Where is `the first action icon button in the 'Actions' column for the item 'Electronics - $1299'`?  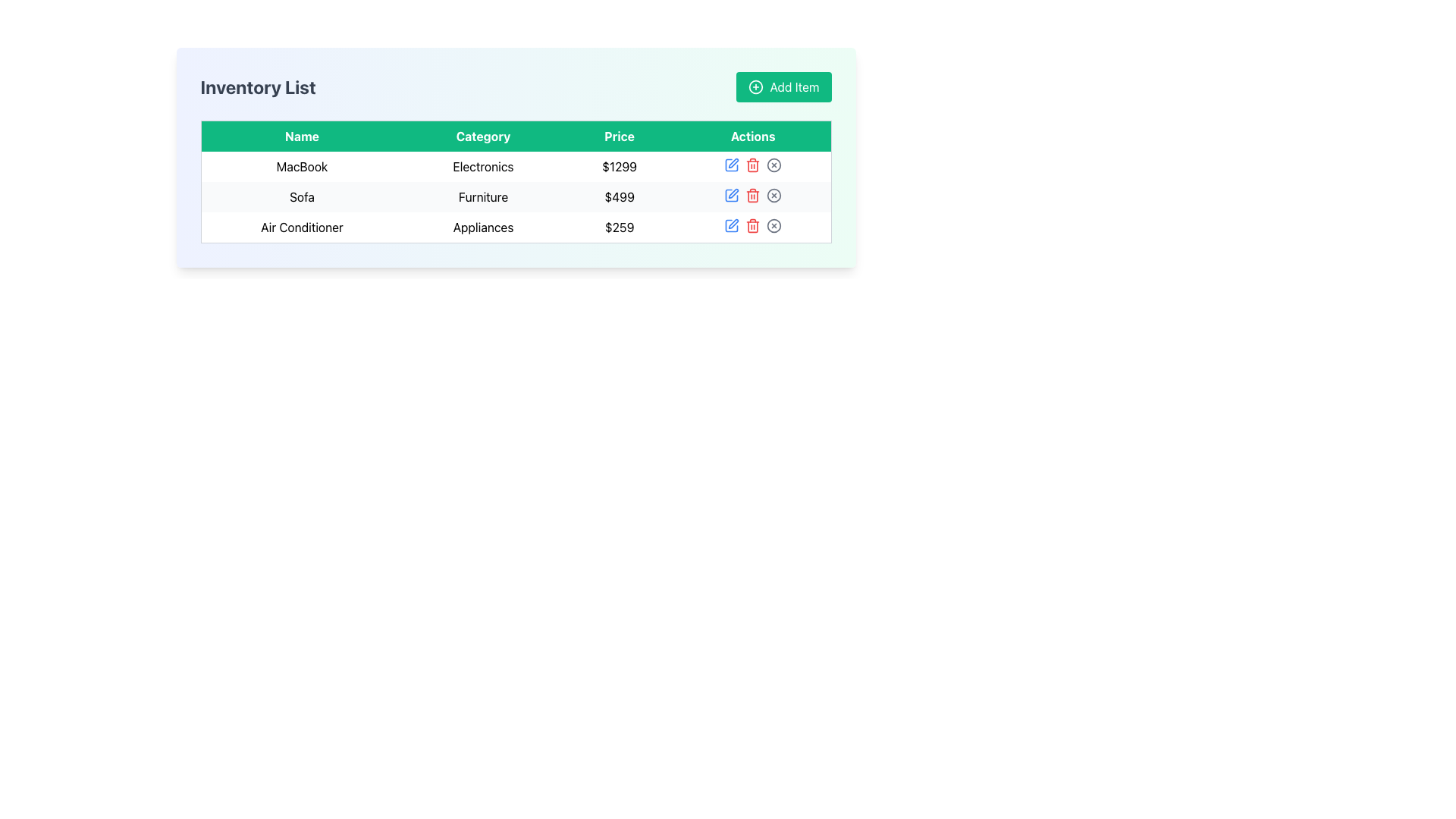 the first action icon button in the 'Actions' column for the item 'Electronics - $1299' is located at coordinates (731, 165).